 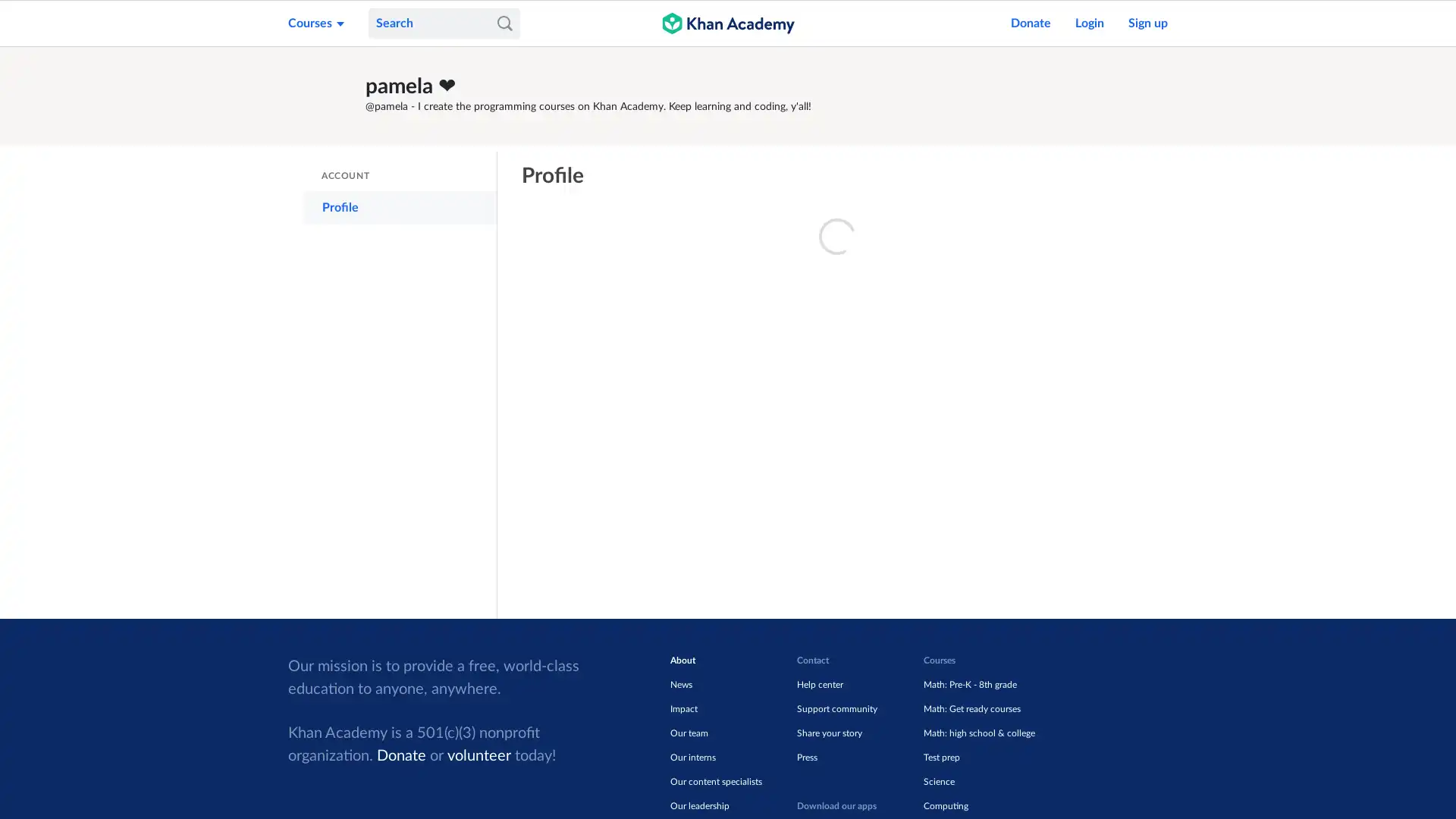 I want to click on Courses, so click(x=315, y=23).